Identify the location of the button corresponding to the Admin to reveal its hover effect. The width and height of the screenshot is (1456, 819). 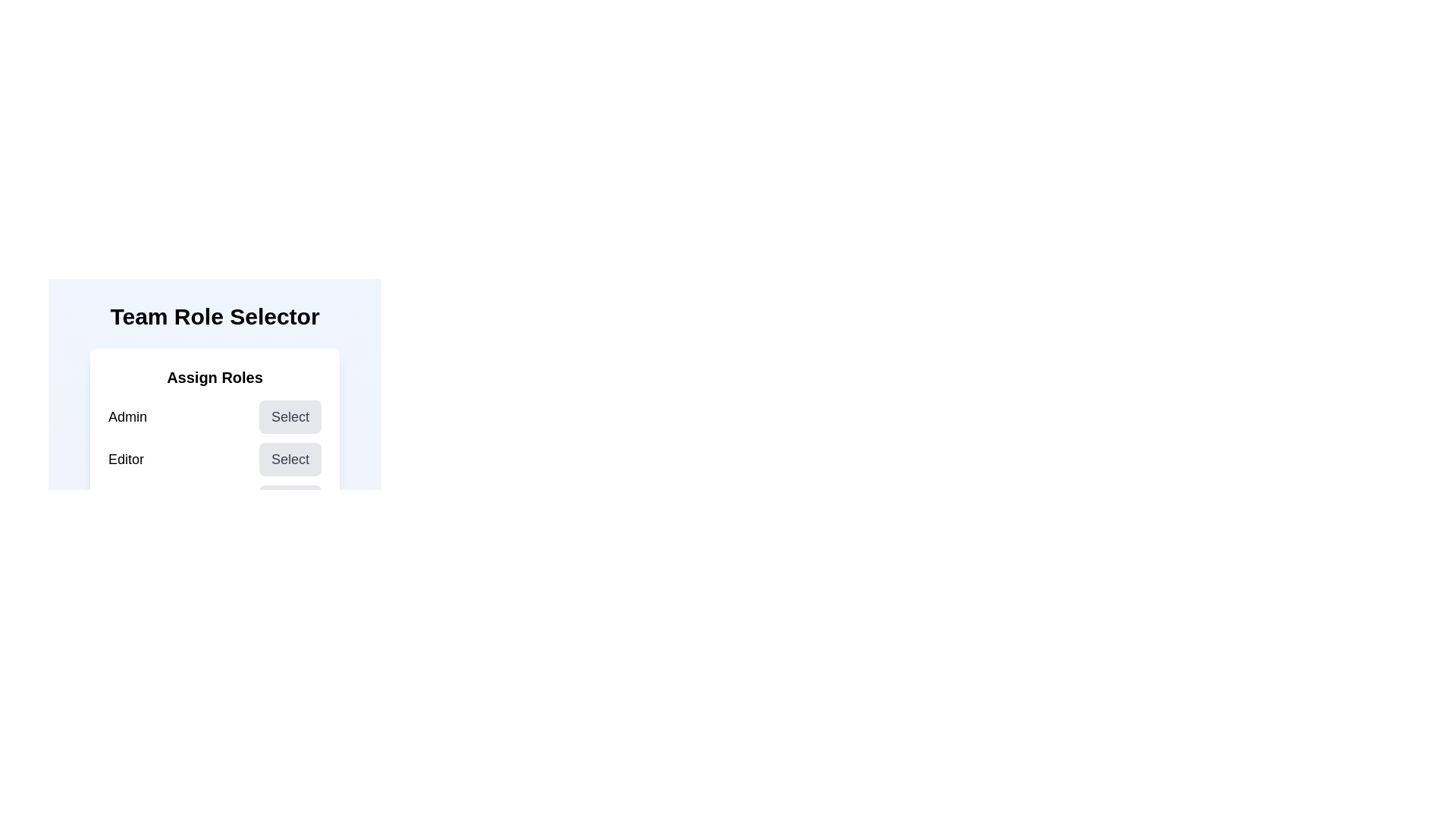
(290, 417).